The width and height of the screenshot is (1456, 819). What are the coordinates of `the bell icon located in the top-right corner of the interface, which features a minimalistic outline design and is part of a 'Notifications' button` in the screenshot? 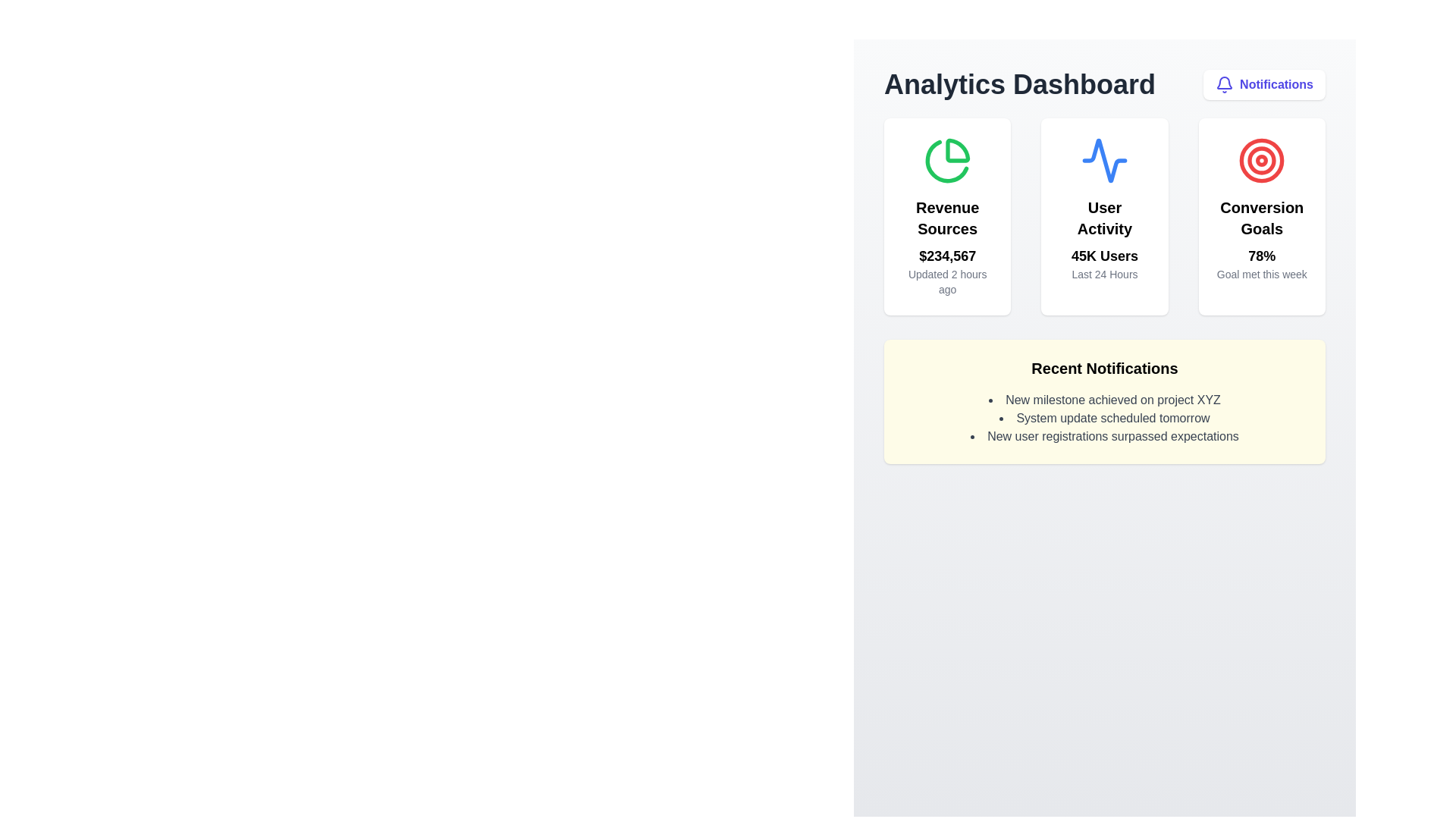 It's located at (1225, 84).